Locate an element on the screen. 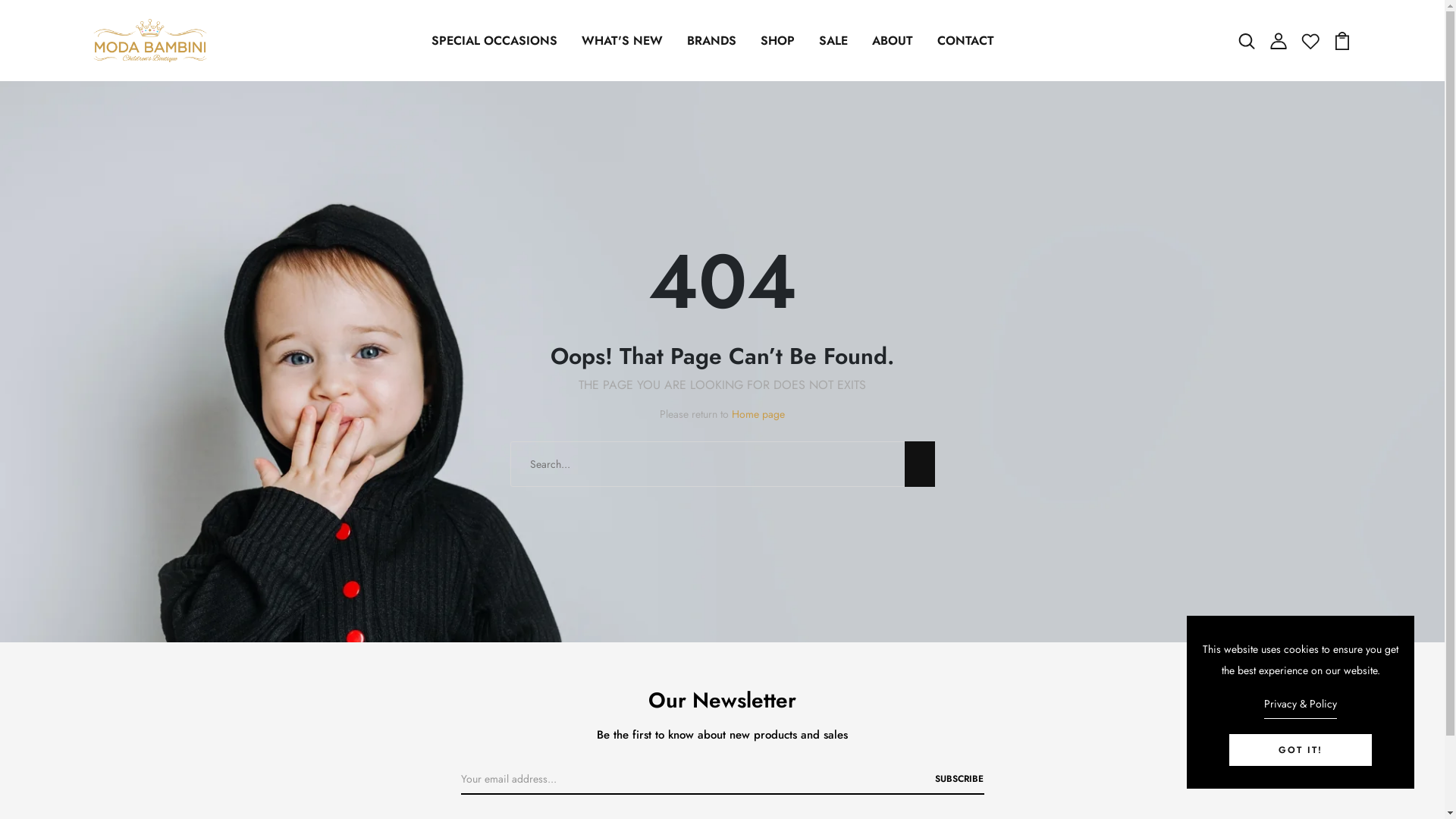  'SUBSCRIBE' is located at coordinates (934, 778).